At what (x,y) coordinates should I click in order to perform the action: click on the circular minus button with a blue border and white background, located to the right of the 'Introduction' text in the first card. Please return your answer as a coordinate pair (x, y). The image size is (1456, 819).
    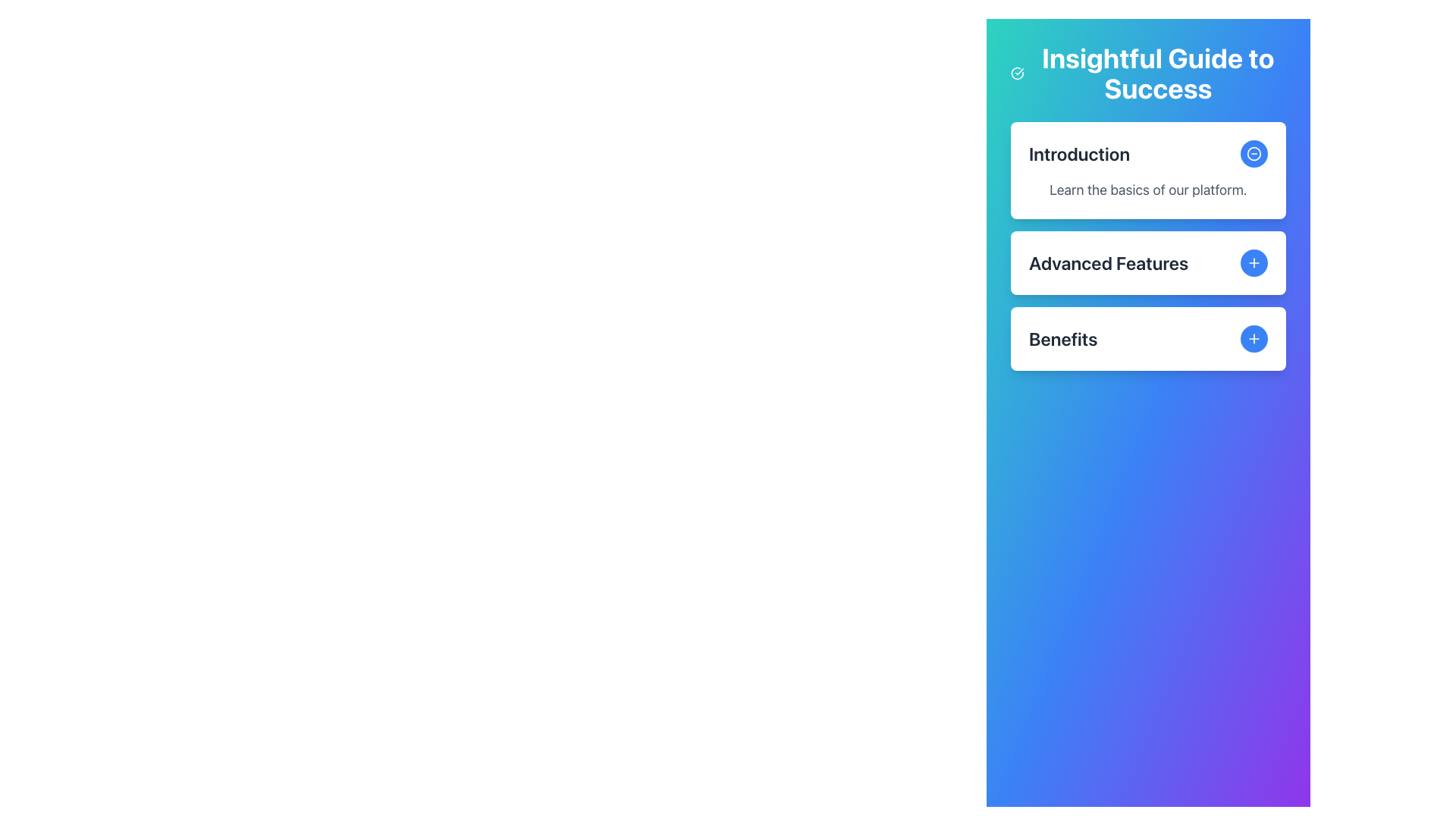
    Looking at the image, I should click on (1254, 154).